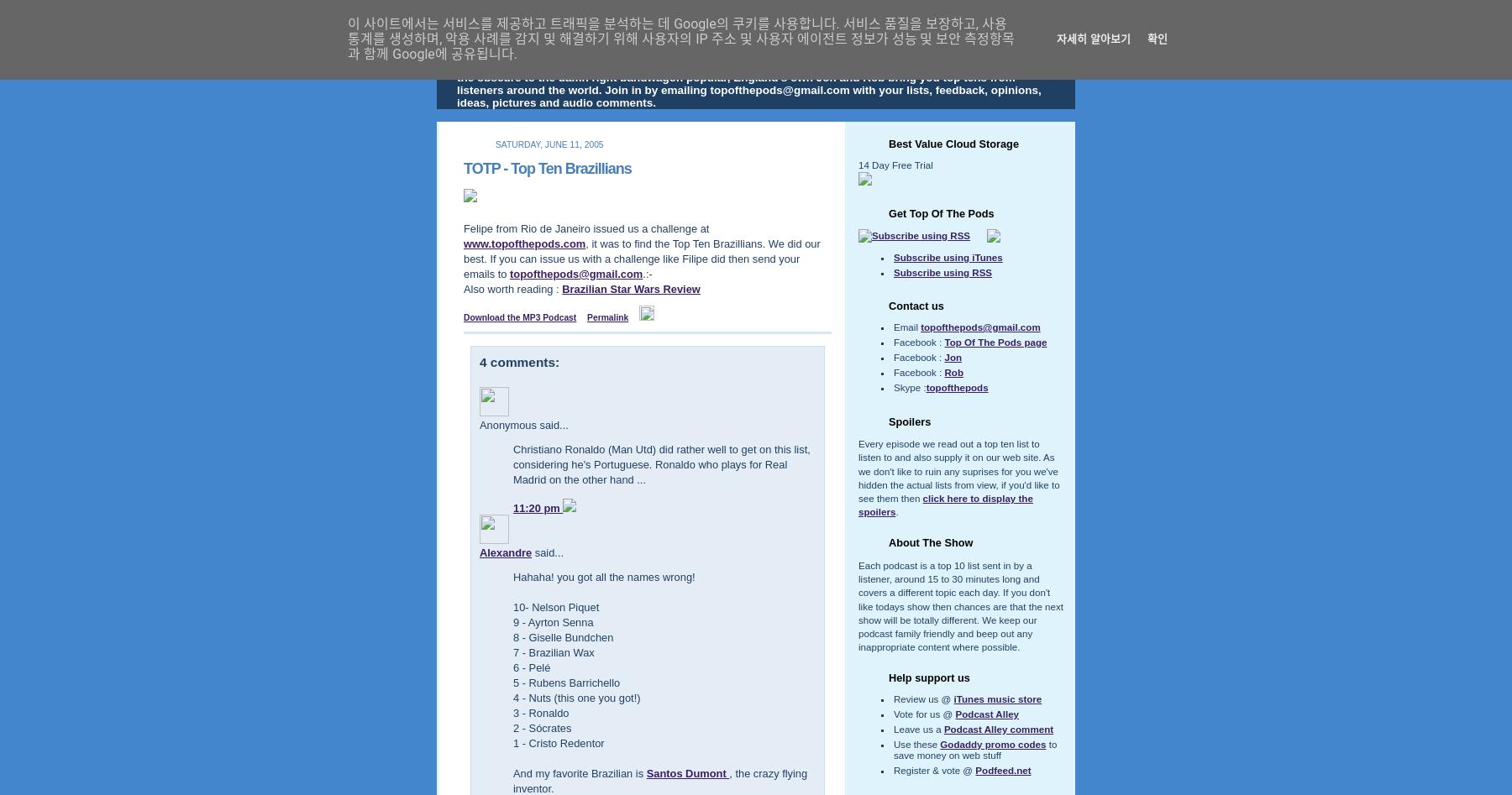 Image resolution: width=1512 pixels, height=795 pixels. I want to click on 'Help support us', so click(928, 677).